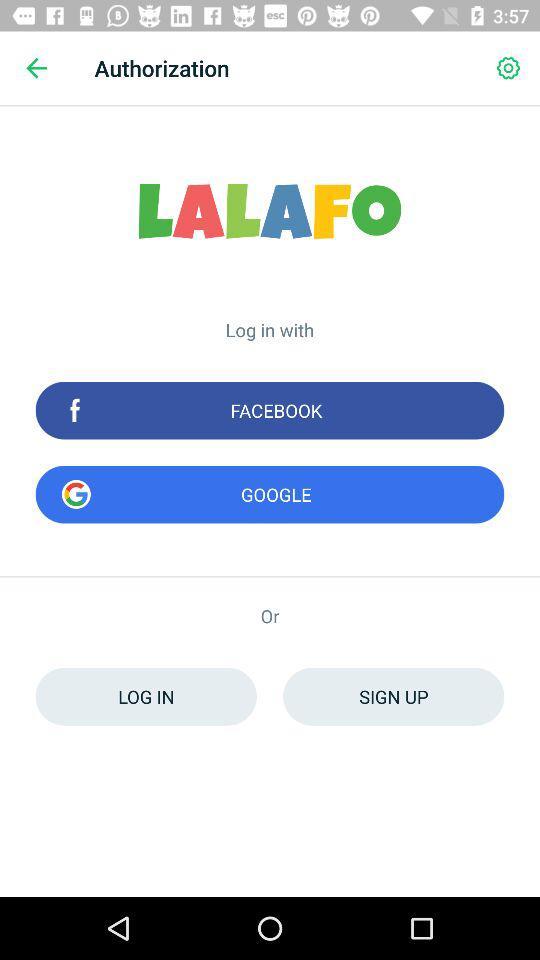  I want to click on the item to the left of authorization icon, so click(36, 68).